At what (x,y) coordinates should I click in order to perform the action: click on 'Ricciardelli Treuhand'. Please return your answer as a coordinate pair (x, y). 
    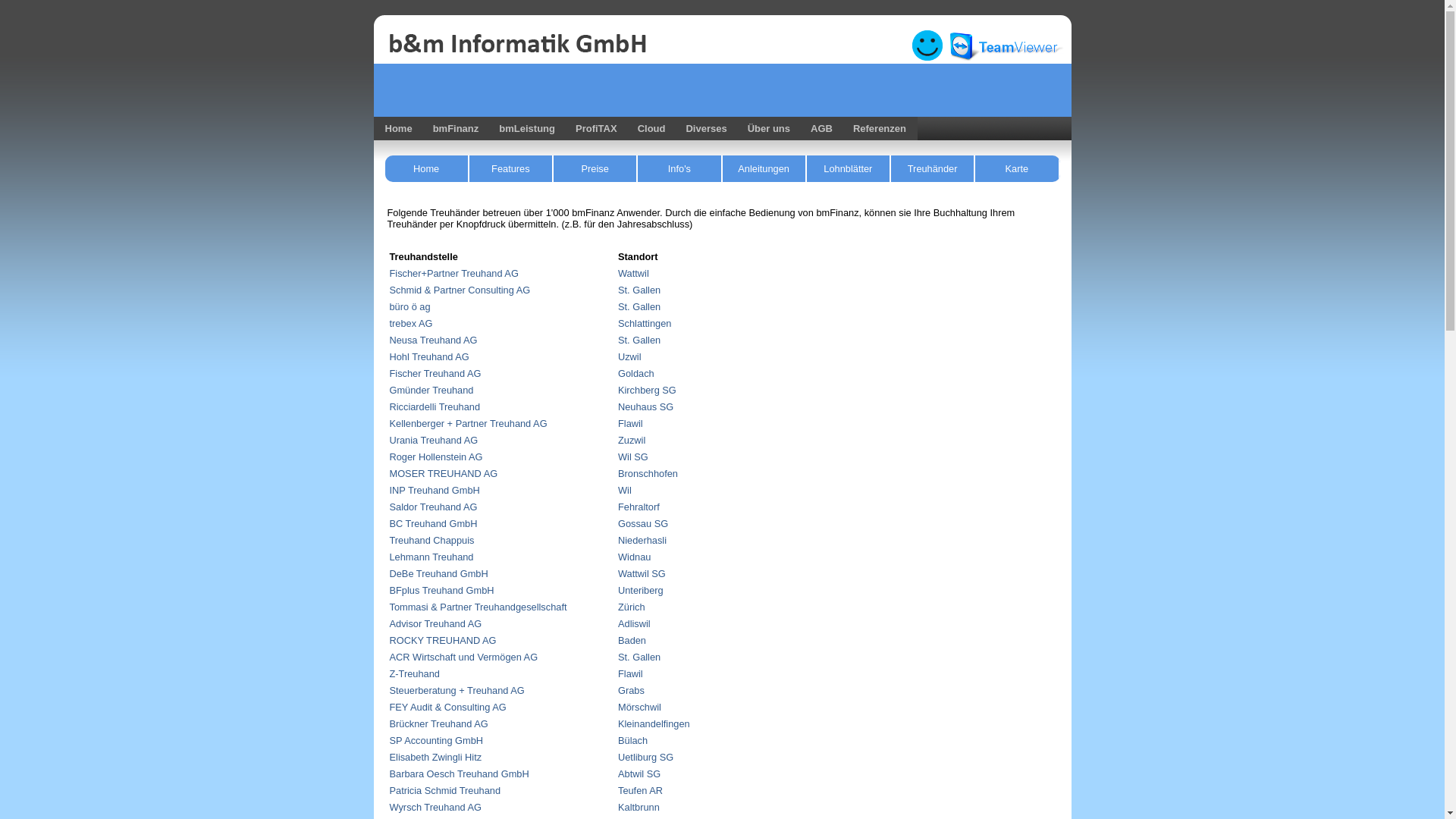
    Looking at the image, I should click on (435, 406).